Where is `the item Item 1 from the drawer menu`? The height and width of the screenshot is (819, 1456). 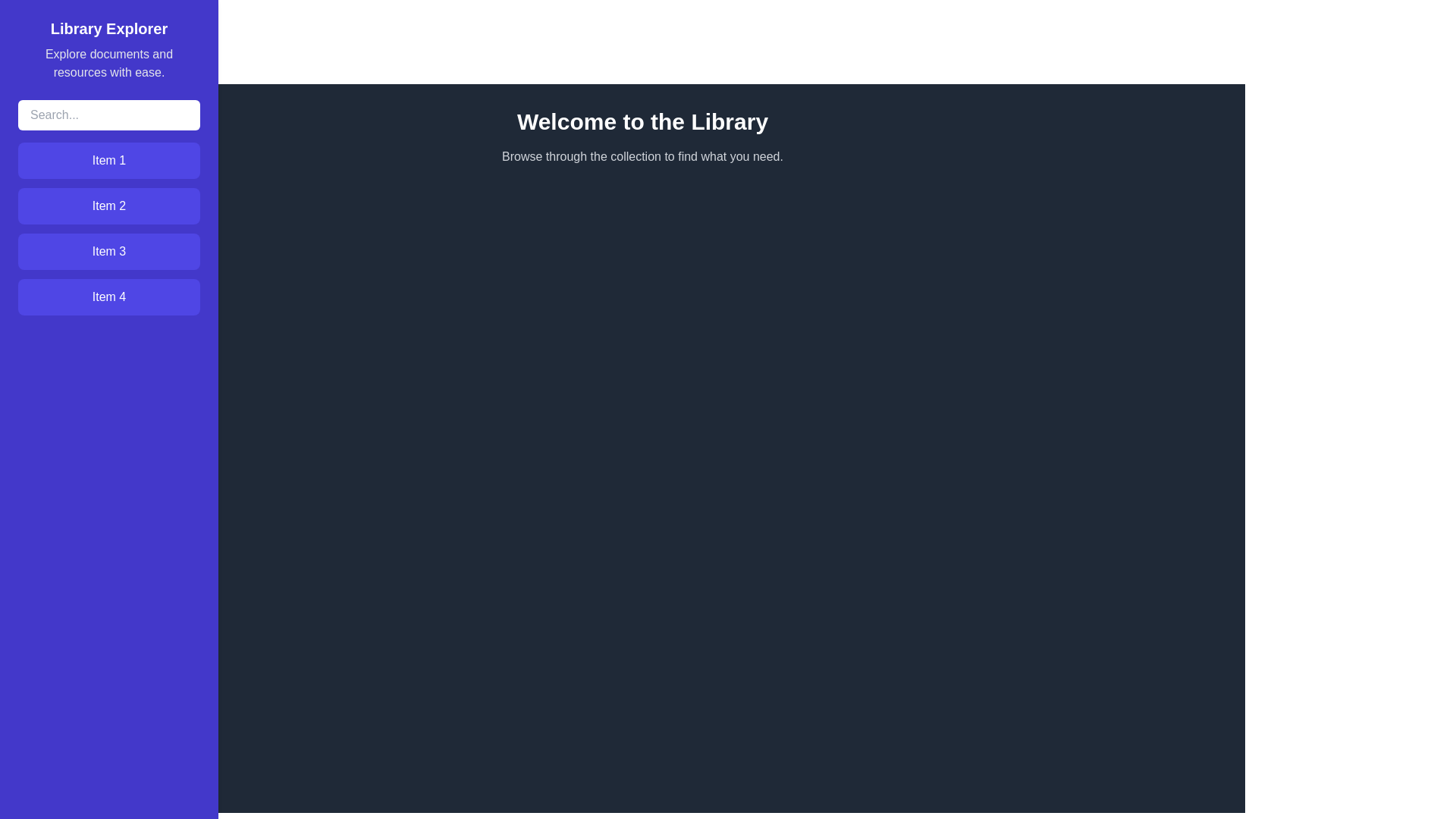 the item Item 1 from the drawer menu is located at coordinates (108, 161).